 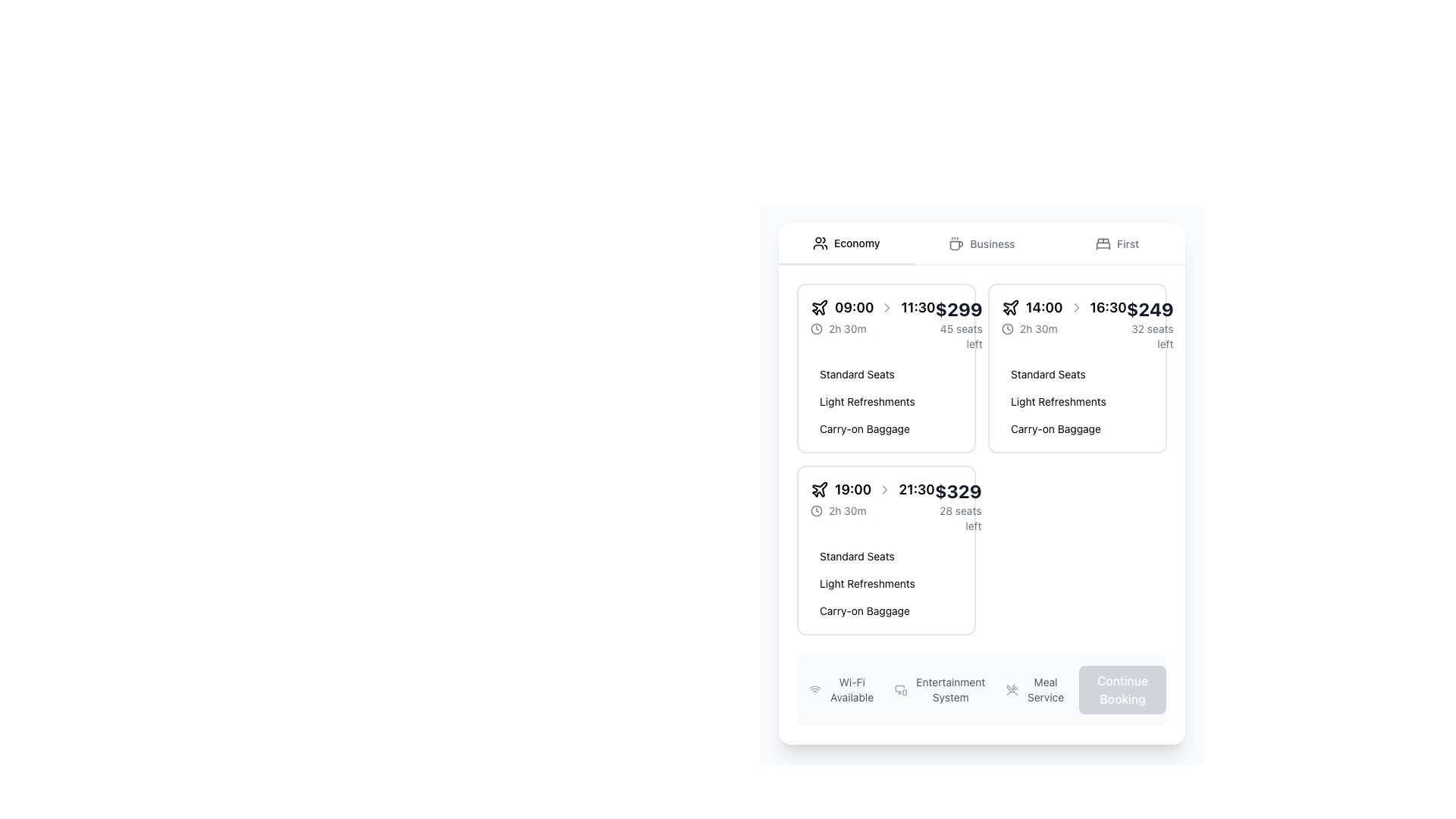 I want to click on the rectangular card displaying flight details, including departure and arrival times, duration, cost, and available seats, positioned in the middle column beneath the flight options and above the 'Continue Booking' button, so click(x=1076, y=369).